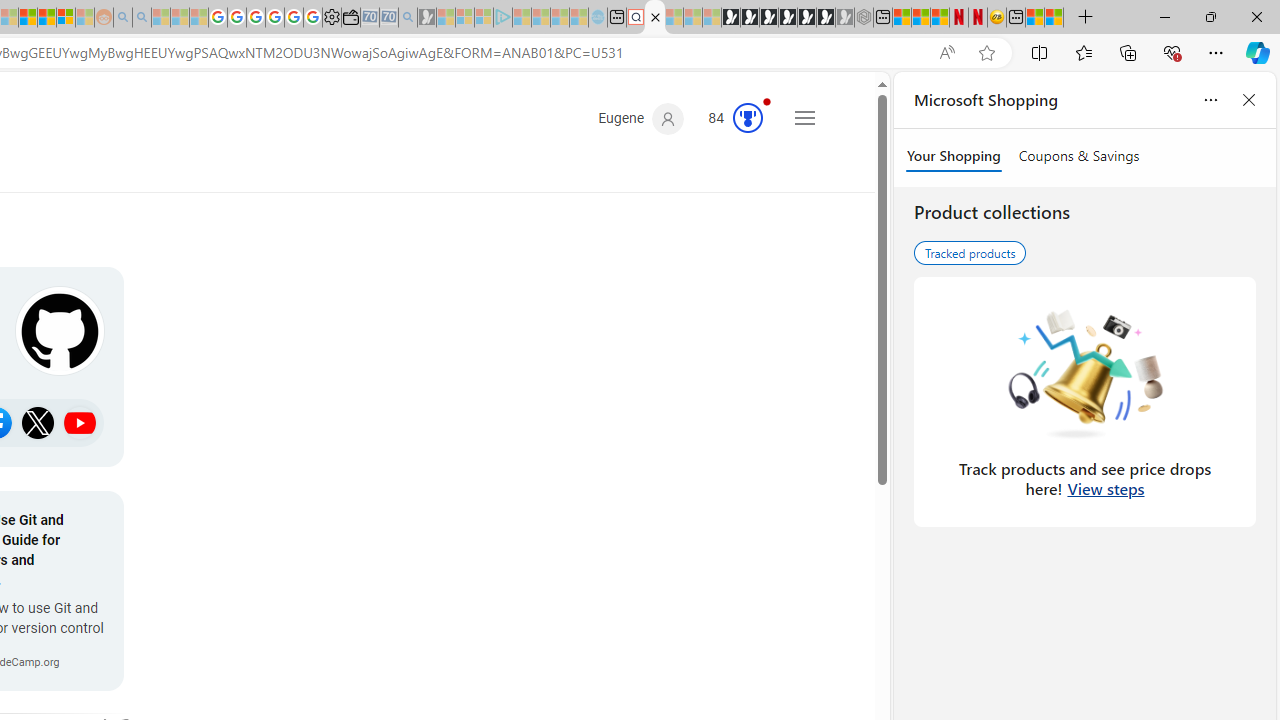  I want to click on 'Wallet', so click(350, 17).